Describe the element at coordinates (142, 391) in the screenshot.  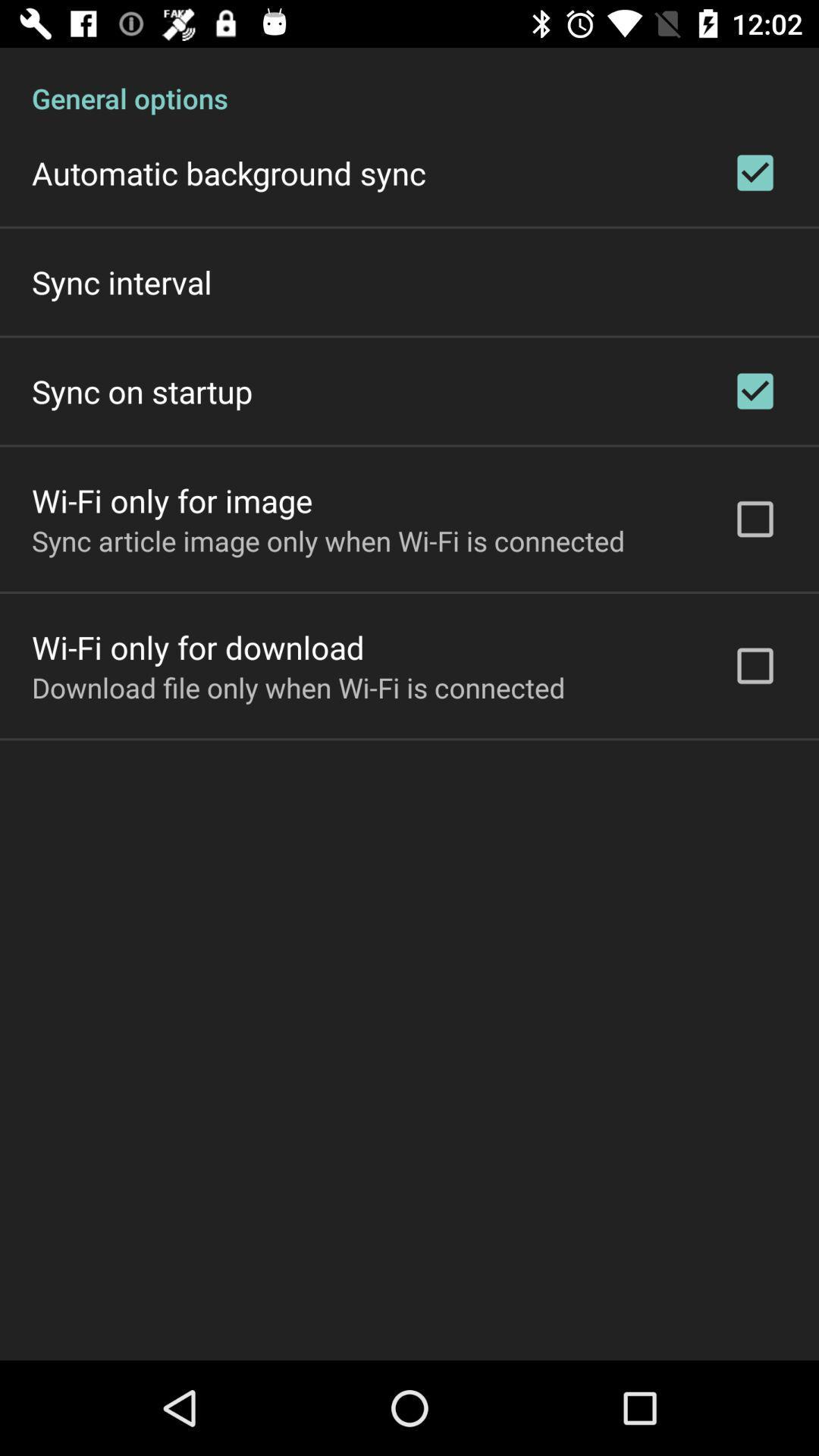
I see `the icon below the sync interval` at that location.